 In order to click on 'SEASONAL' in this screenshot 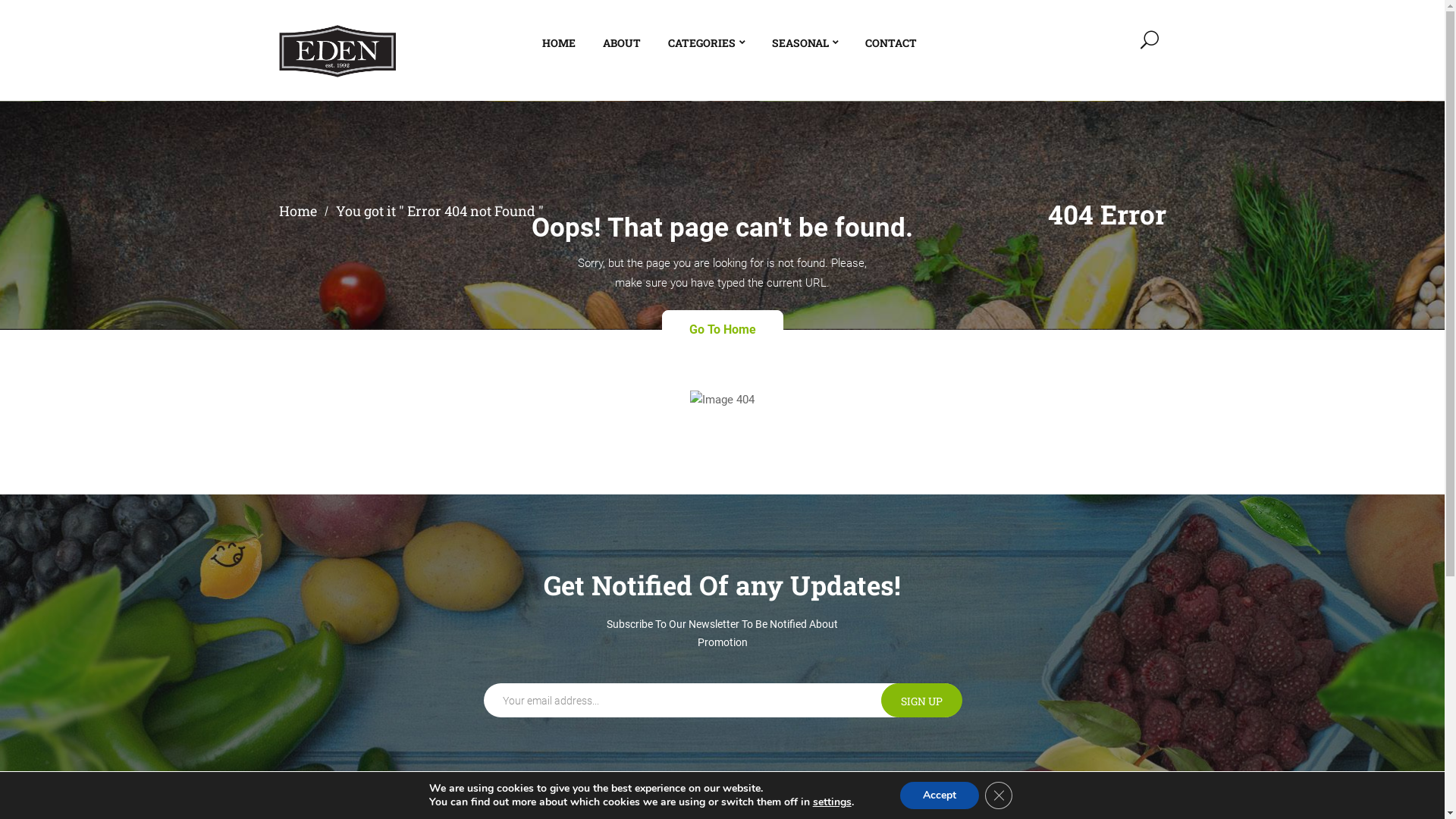, I will do `click(804, 42)`.